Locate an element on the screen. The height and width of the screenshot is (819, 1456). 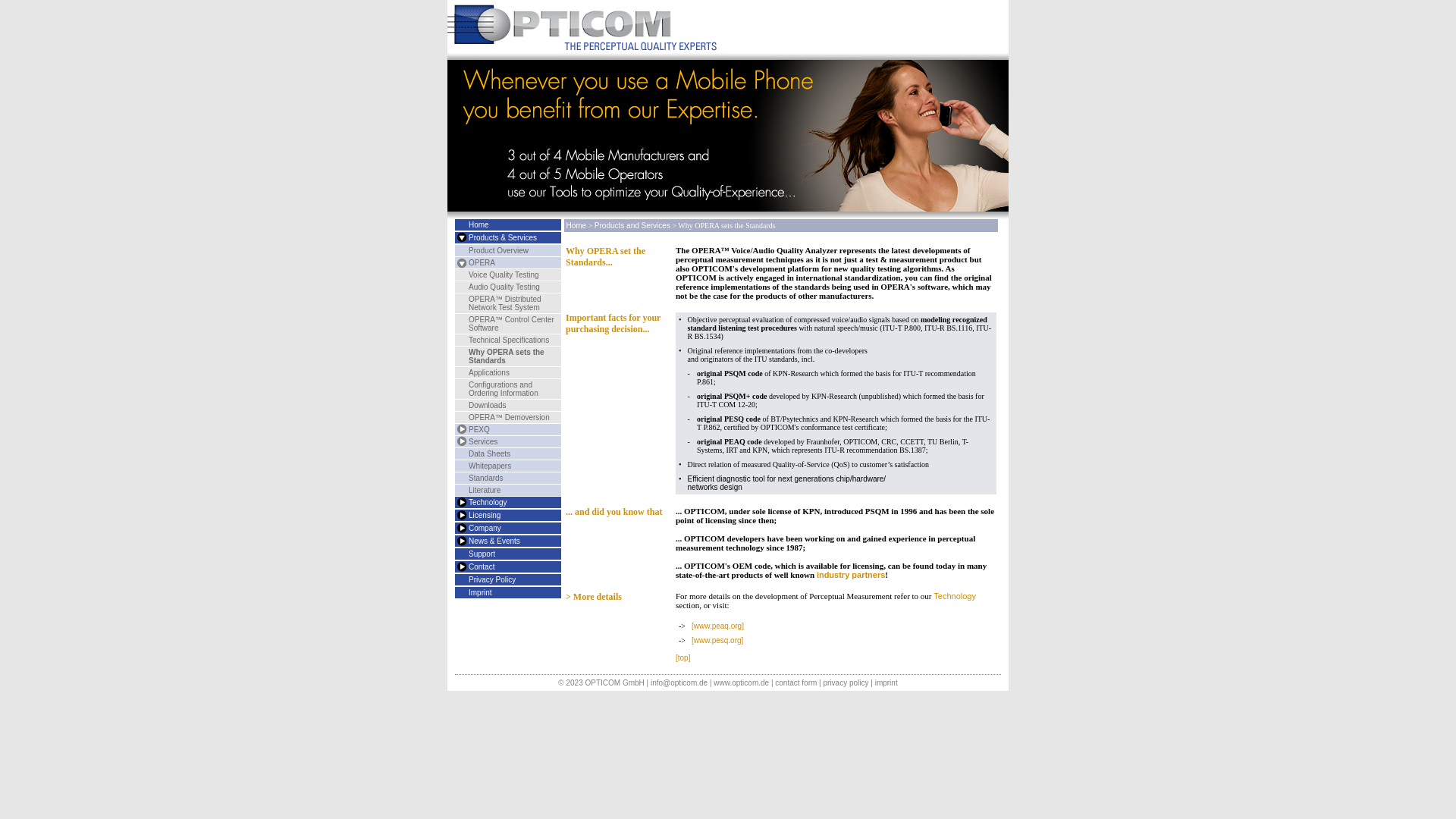
'Why OPERA sets the Standards' is located at coordinates (506, 356).